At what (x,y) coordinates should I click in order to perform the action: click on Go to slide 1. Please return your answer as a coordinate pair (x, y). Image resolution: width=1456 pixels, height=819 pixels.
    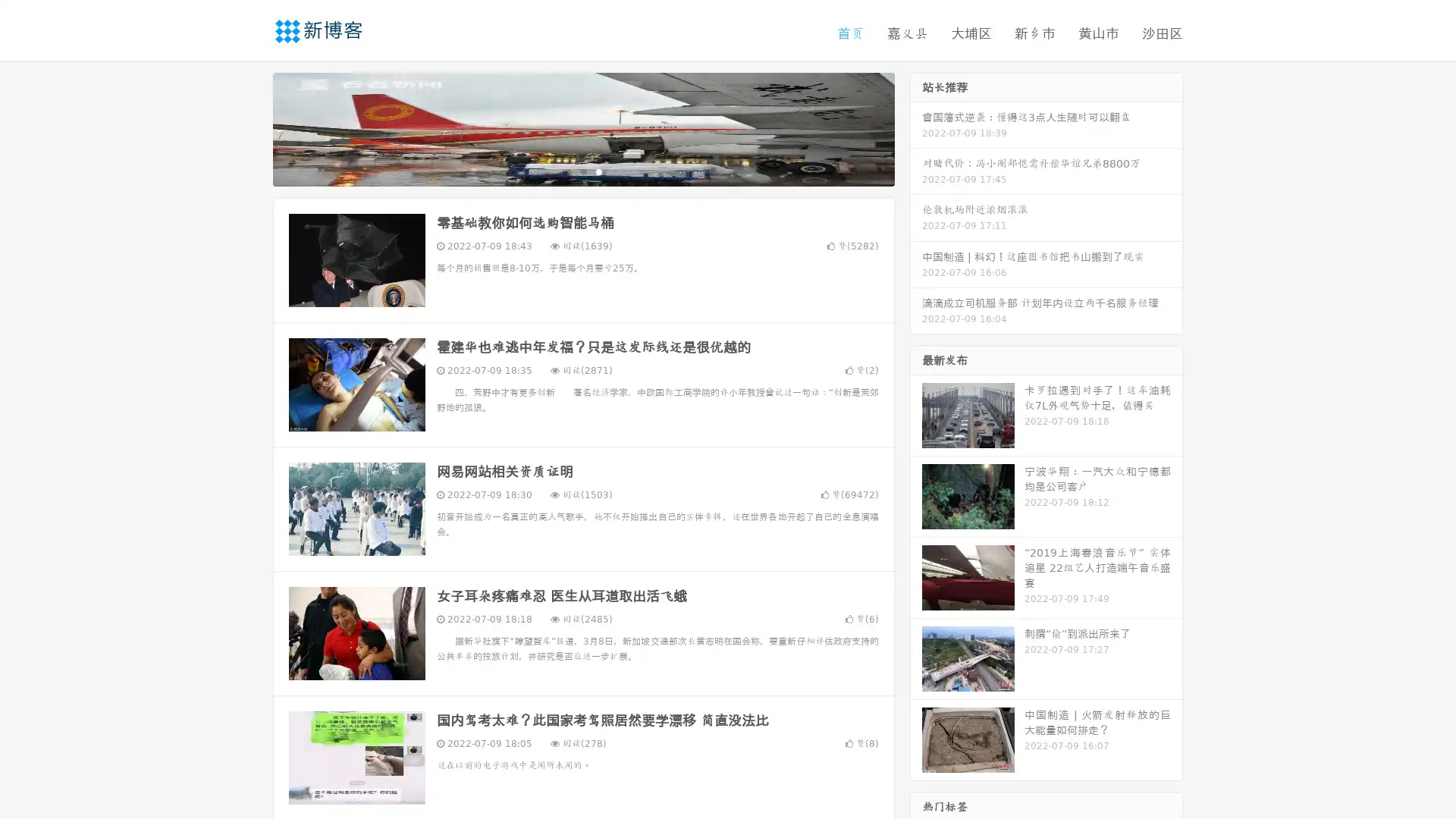
    Looking at the image, I should click on (567, 171).